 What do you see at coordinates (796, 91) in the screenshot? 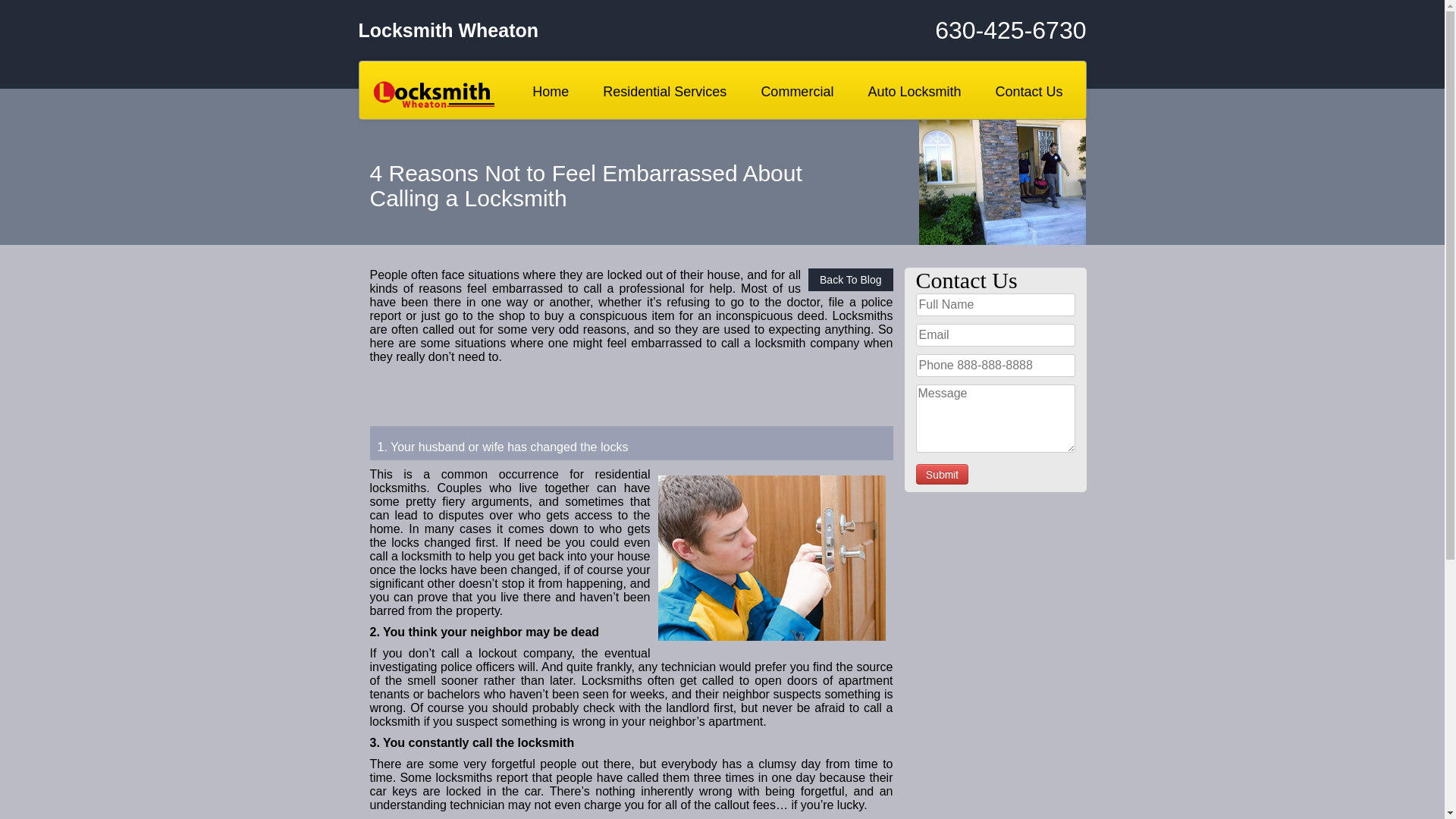
I see `'Commercial'` at bounding box center [796, 91].